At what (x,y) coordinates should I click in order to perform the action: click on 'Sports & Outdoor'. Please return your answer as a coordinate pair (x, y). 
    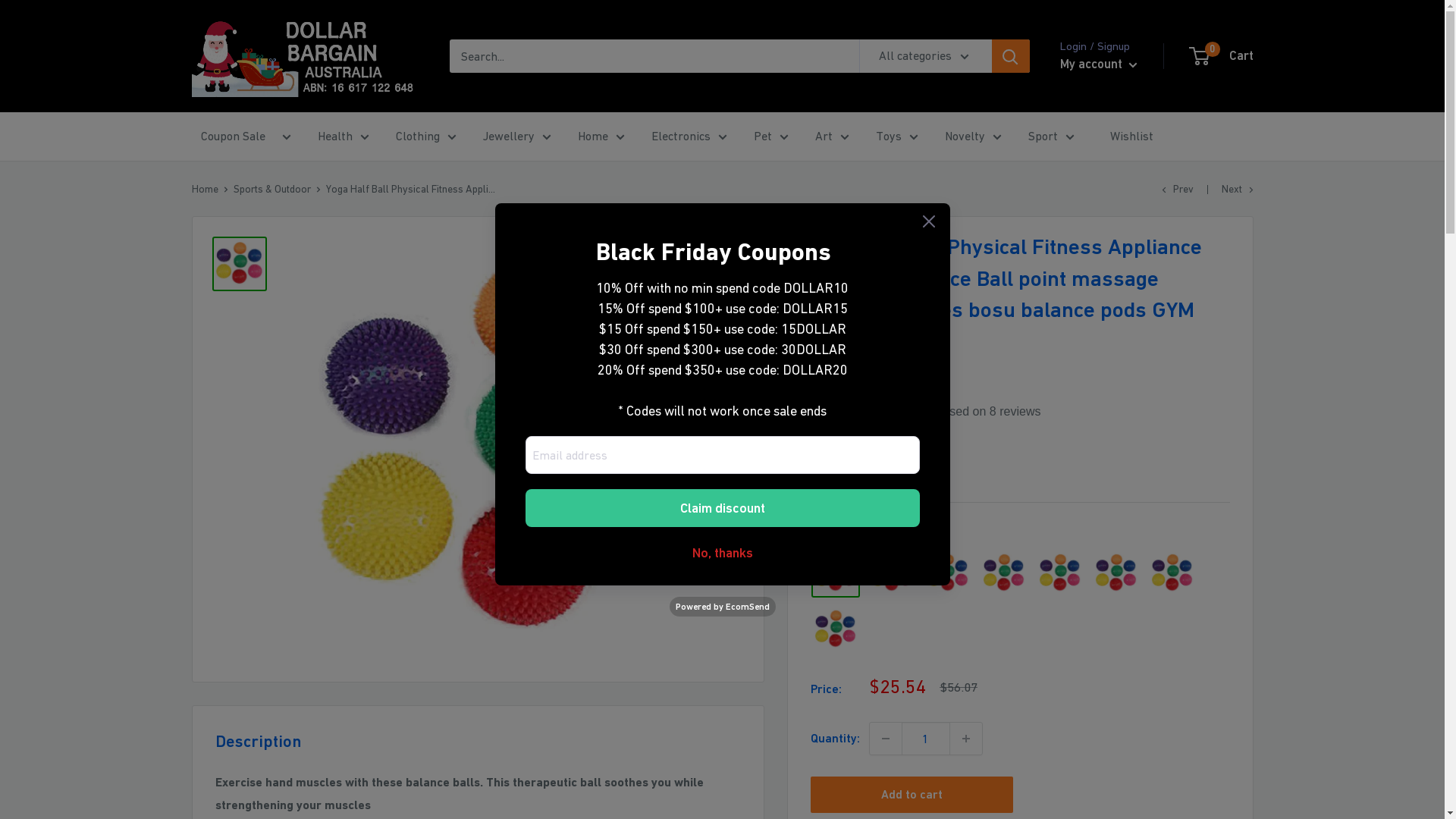
    Looking at the image, I should click on (272, 188).